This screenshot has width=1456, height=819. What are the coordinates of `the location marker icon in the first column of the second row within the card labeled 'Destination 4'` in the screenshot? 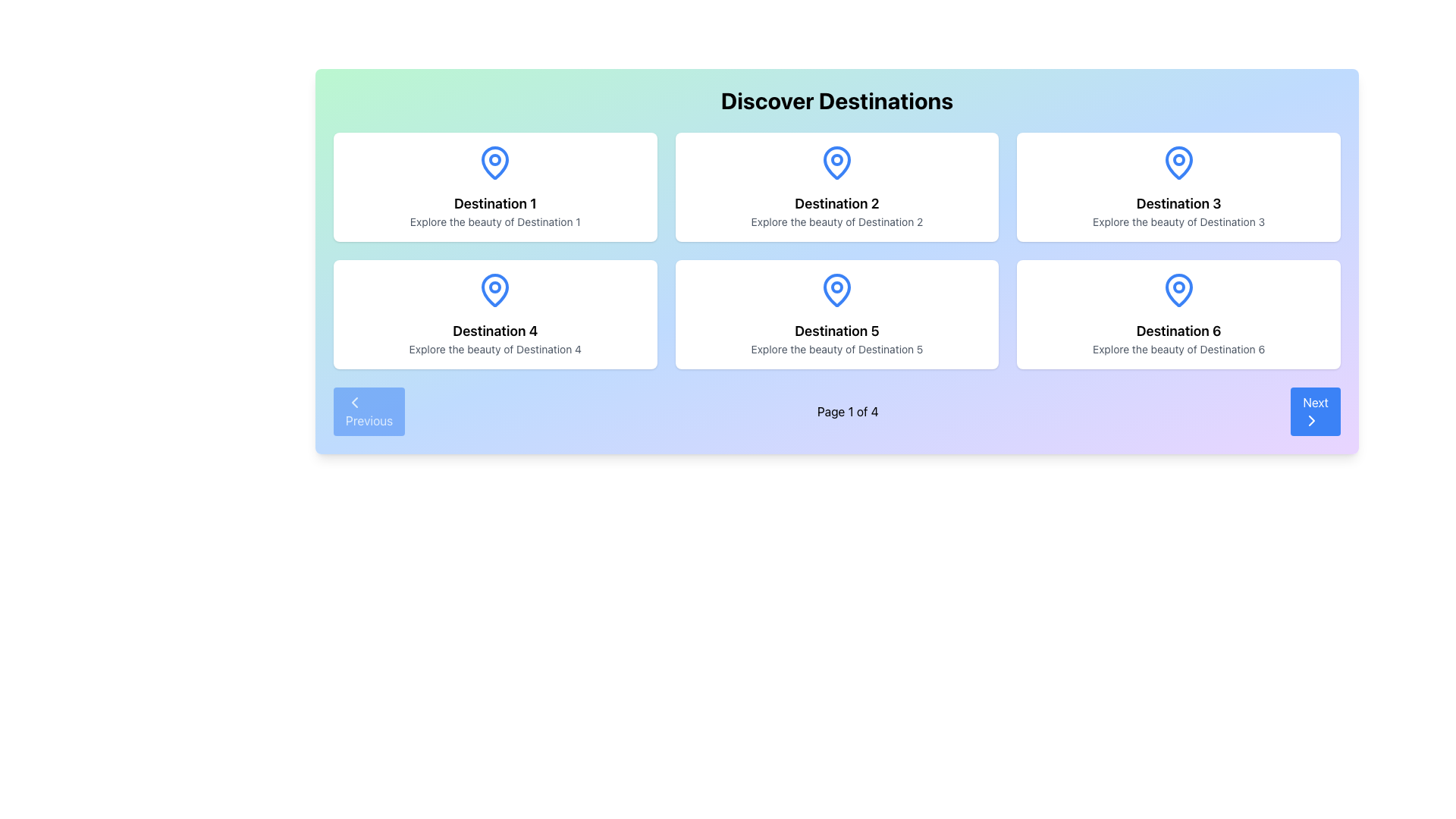 It's located at (495, 290).